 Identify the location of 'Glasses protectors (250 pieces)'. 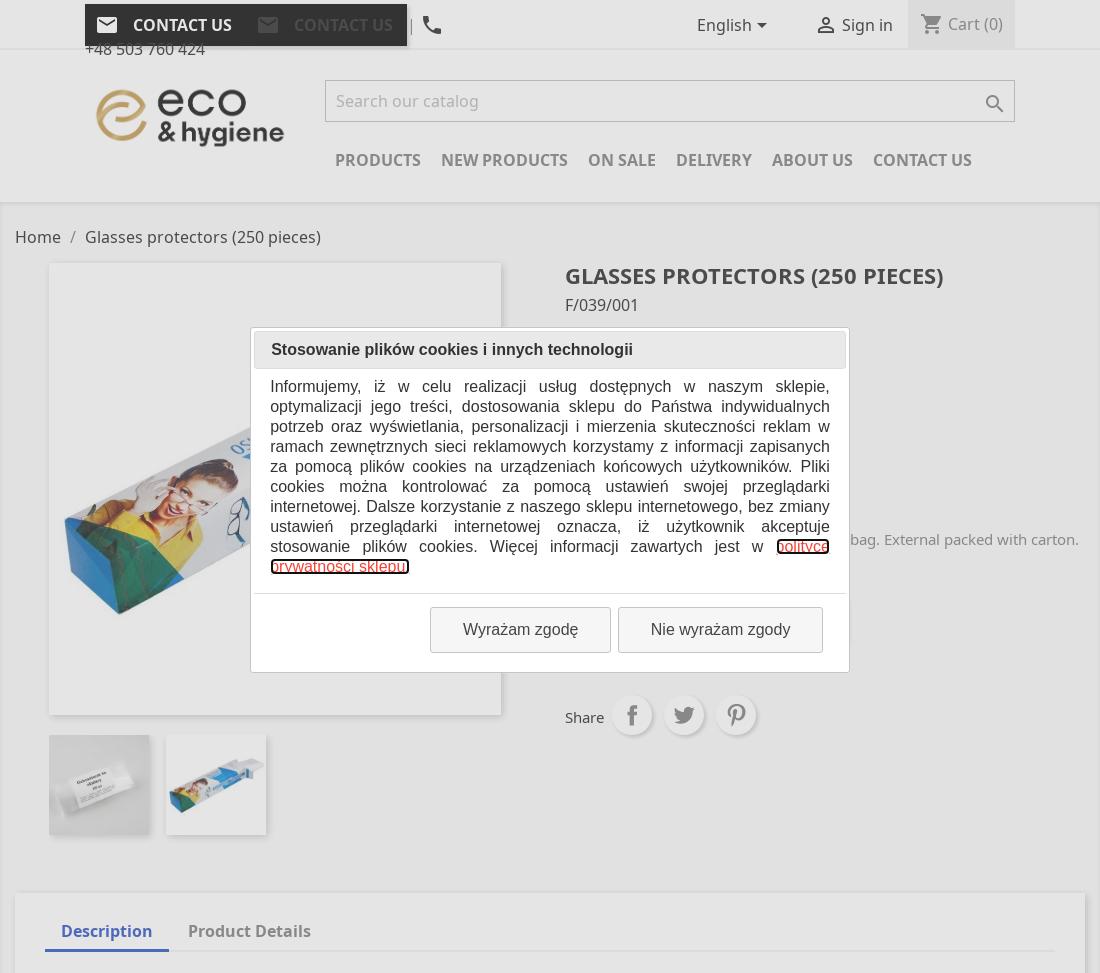
(672, 418).